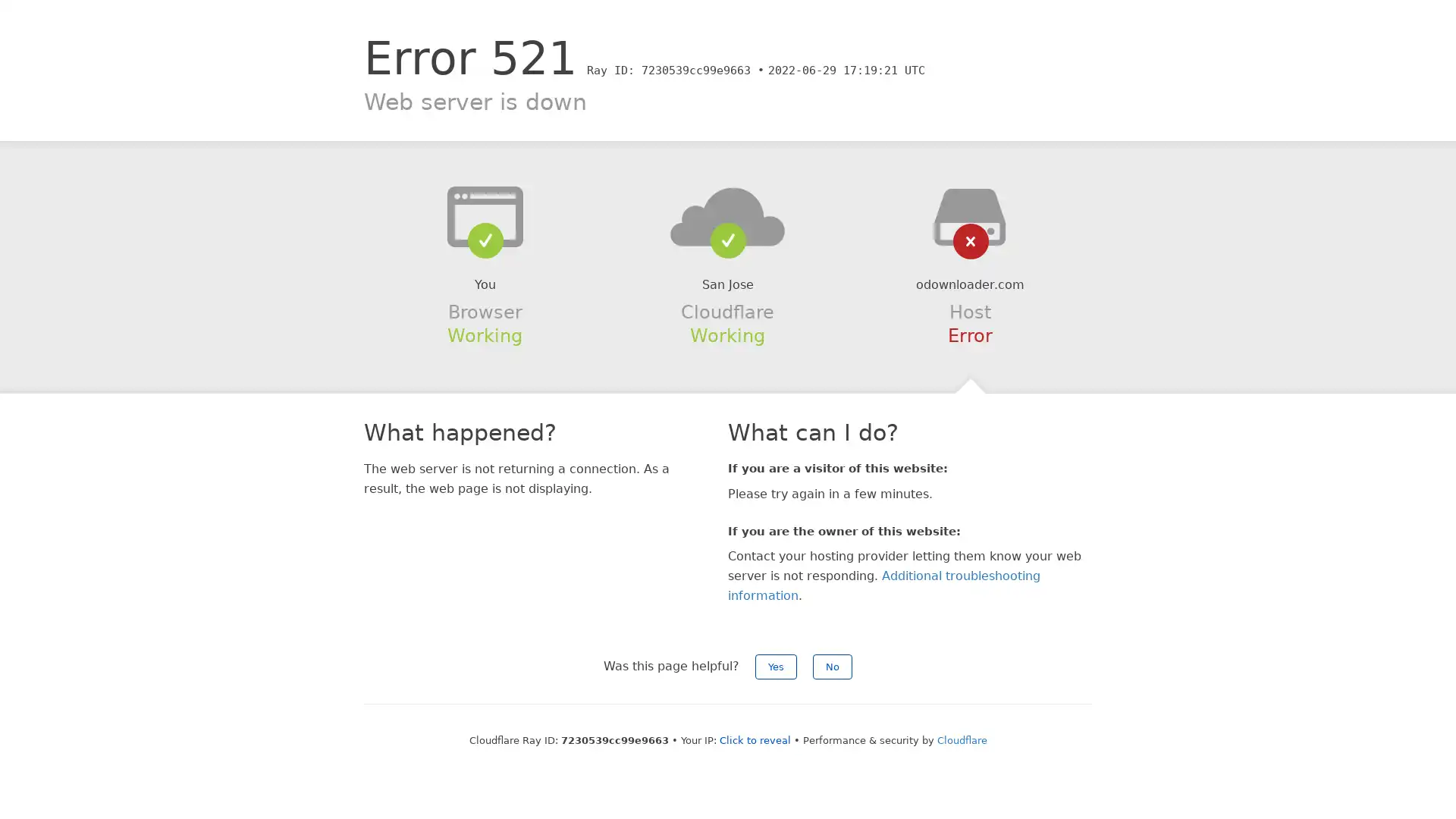 The width and height of the screenshot is (1456, 819). What do you see at coordinates (754, 739) in the screenshot?
I see `Click to reveal` at bounding box center [754, 739].